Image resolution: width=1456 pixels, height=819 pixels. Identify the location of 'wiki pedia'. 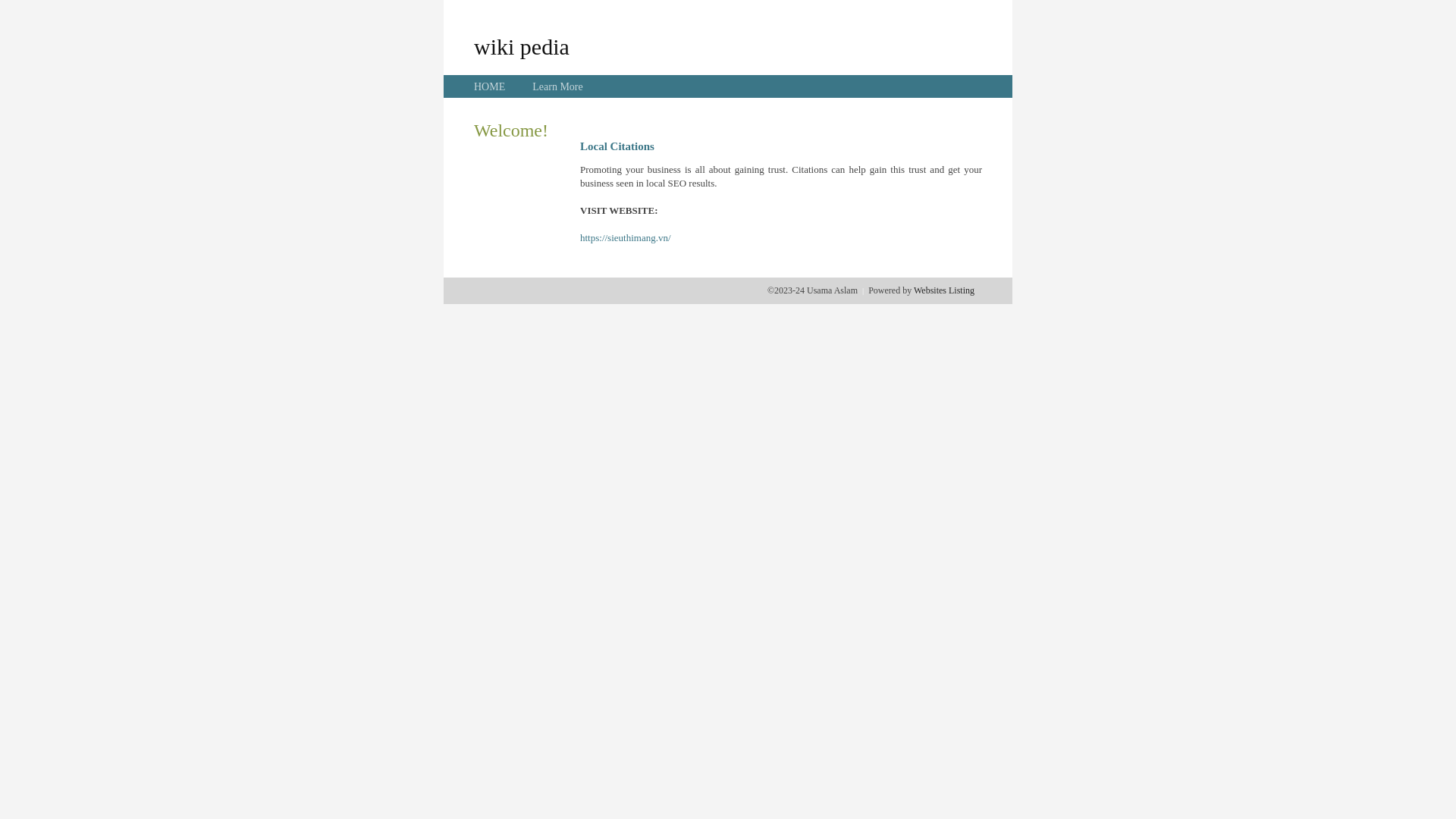
(521, 45).